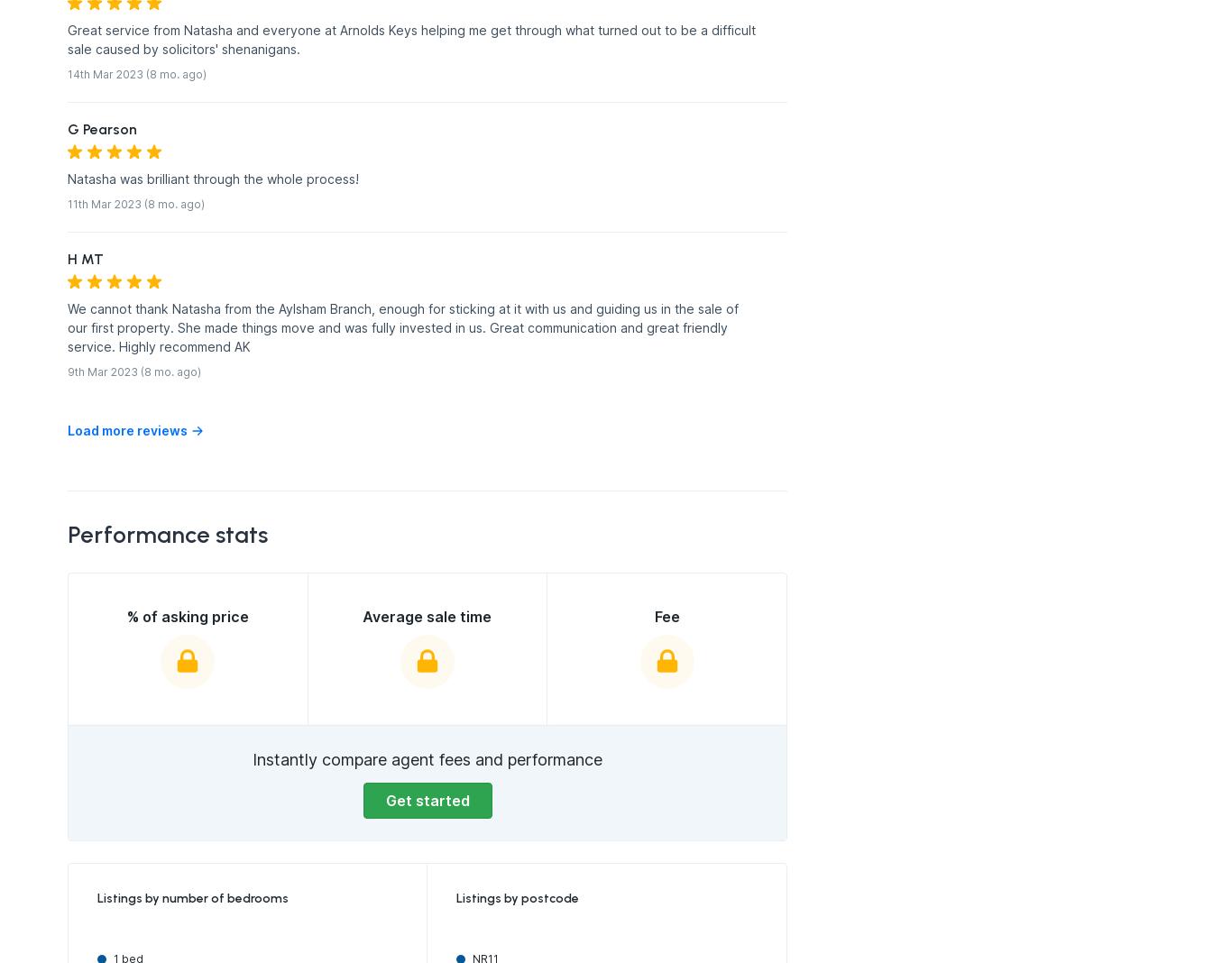  I want to click on 'Average sale time', so click(427, 615).